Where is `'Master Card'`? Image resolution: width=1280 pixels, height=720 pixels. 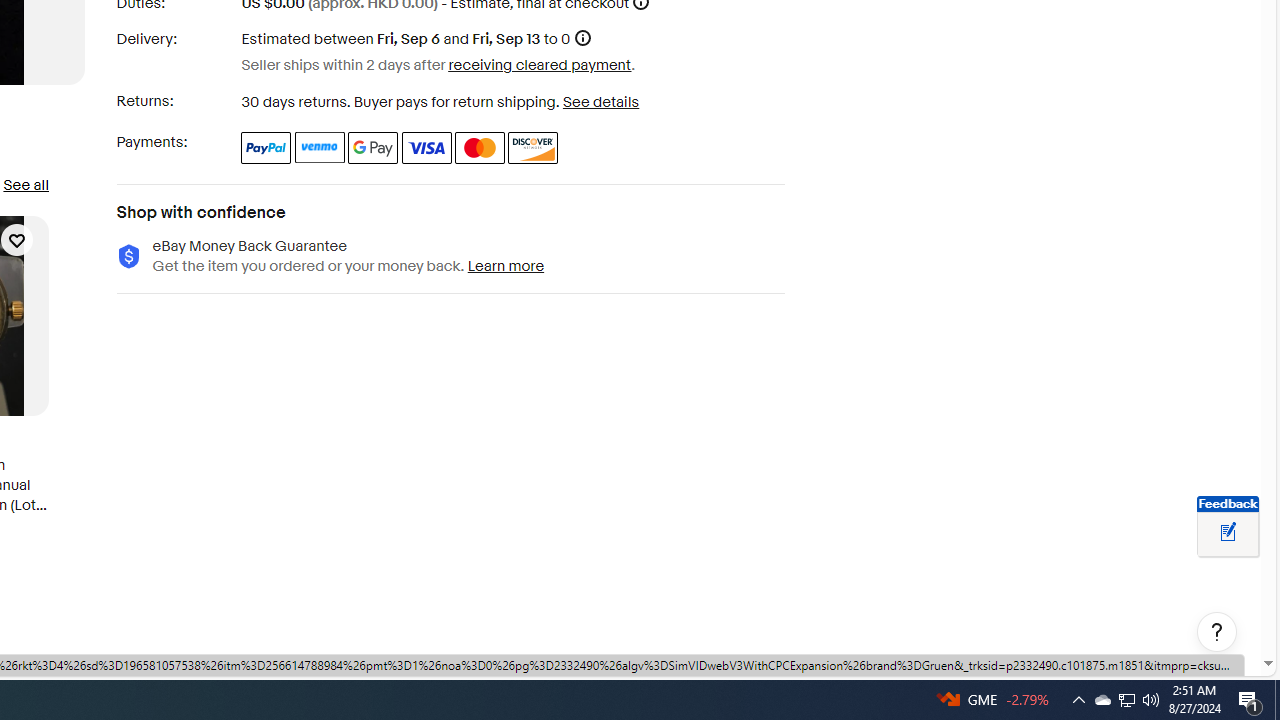
'Master Card' is located at coordinates (480, 146).